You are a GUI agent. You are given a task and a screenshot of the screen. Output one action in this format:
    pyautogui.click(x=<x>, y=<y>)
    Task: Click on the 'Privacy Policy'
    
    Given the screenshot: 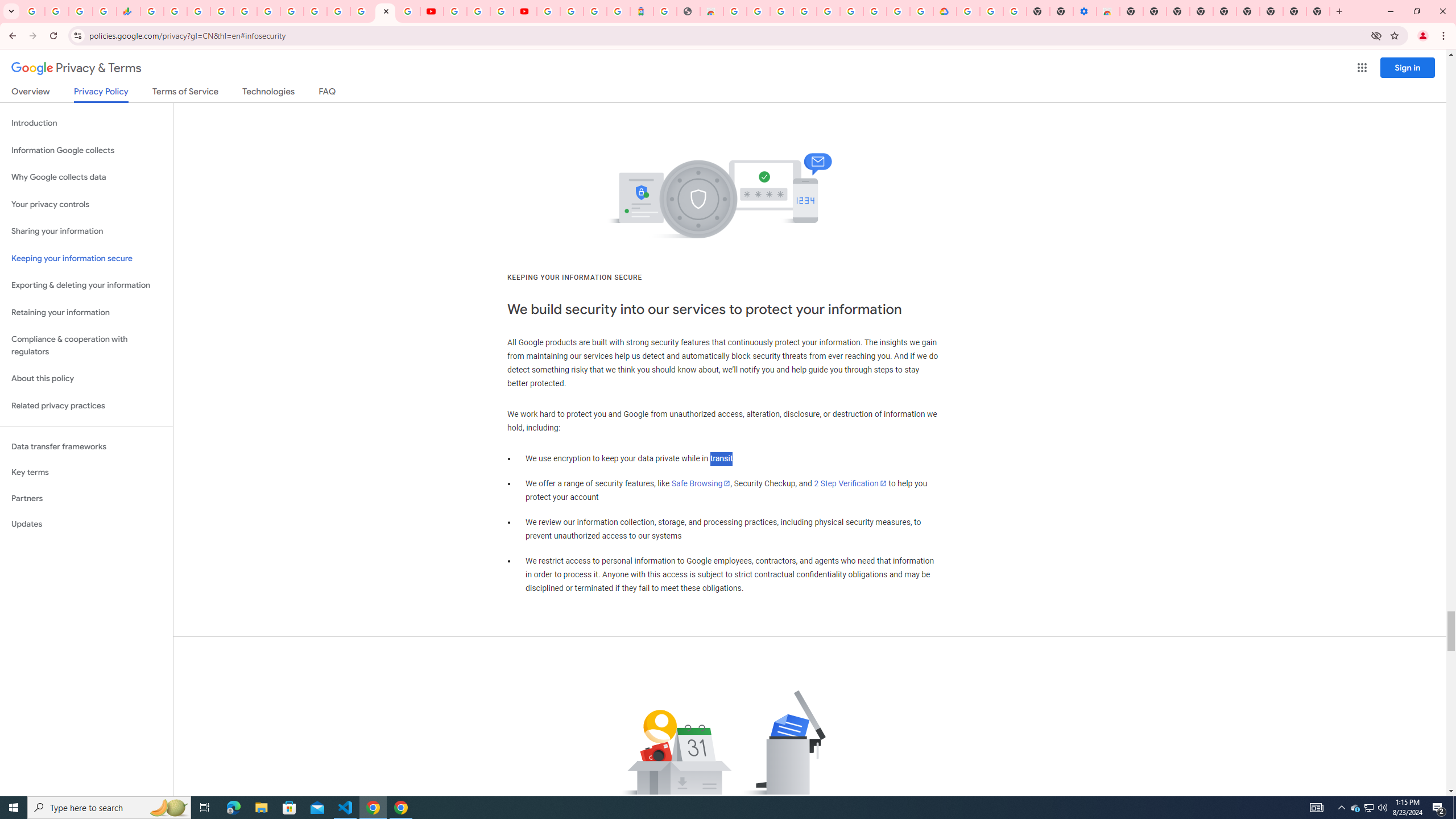 What is the action you would take?
    pyautogui.click(x=100, y=94)
    